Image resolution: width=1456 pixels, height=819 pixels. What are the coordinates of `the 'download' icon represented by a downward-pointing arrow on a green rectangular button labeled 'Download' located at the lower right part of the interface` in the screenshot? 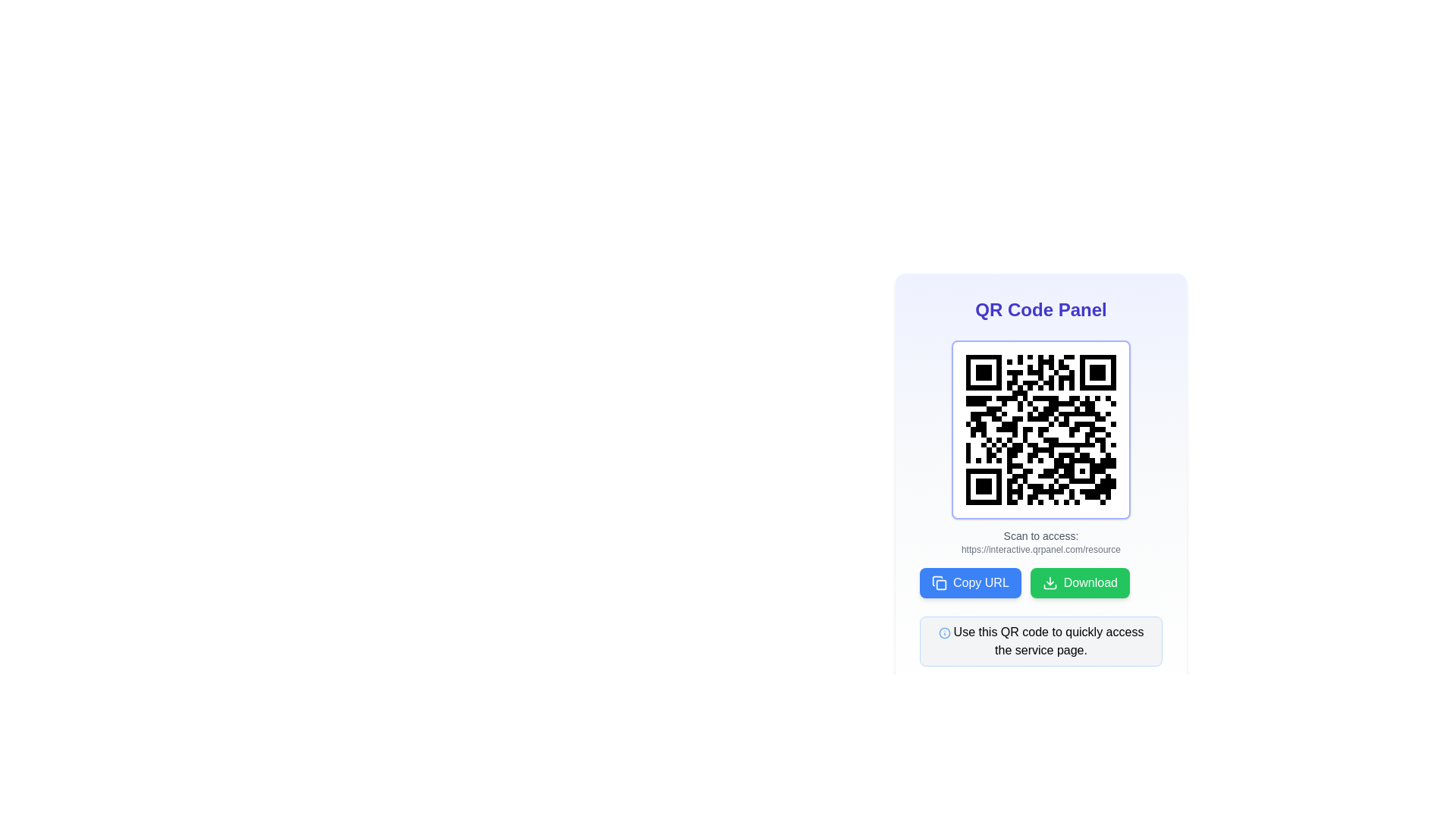 It's located at (1049, 582).